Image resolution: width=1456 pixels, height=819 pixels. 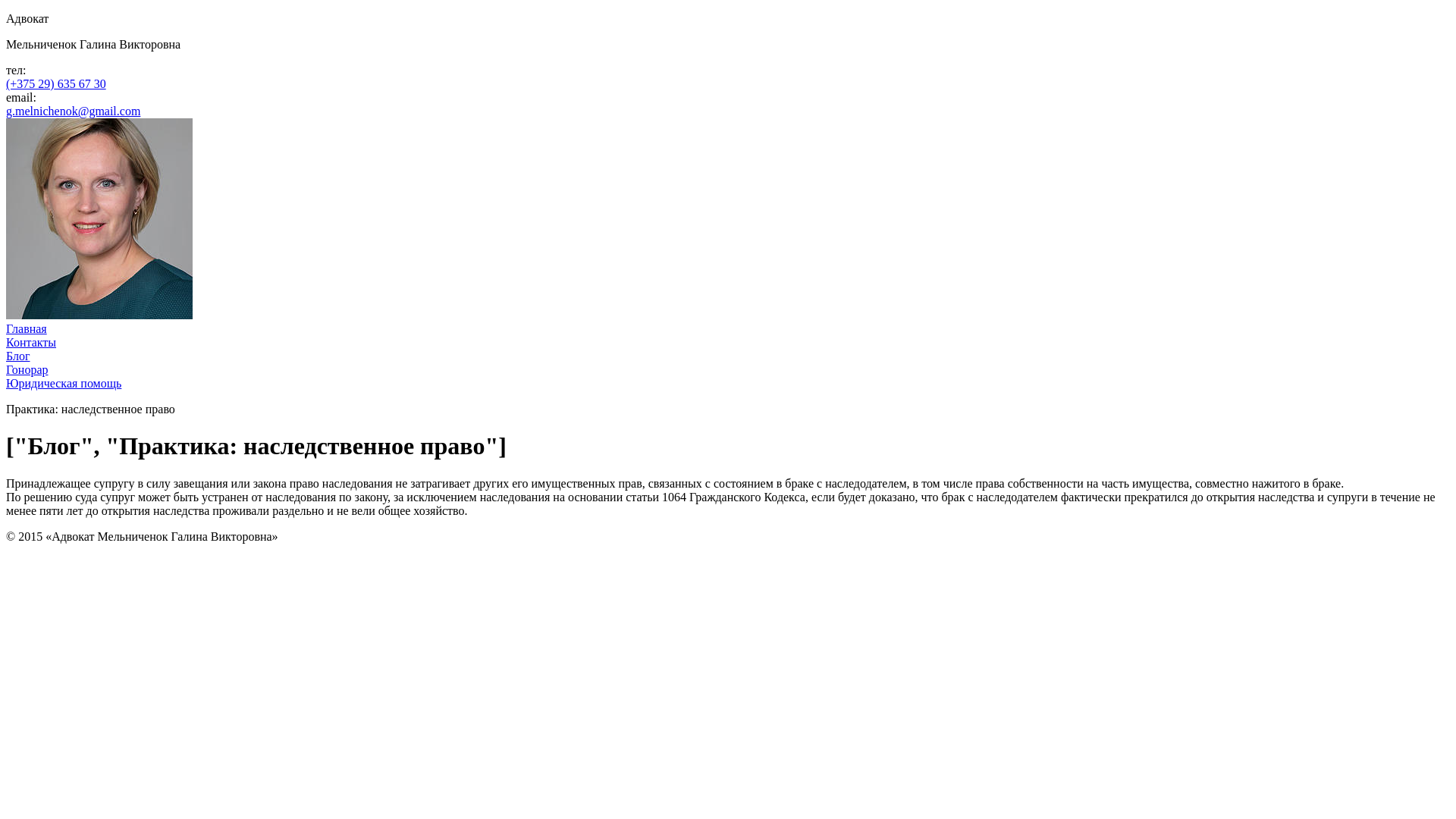 What do you see at coordinates (55, 83) in the screenshot?
I see `'(+375 29) 635 67 30'` at bounding box center [55, 83].